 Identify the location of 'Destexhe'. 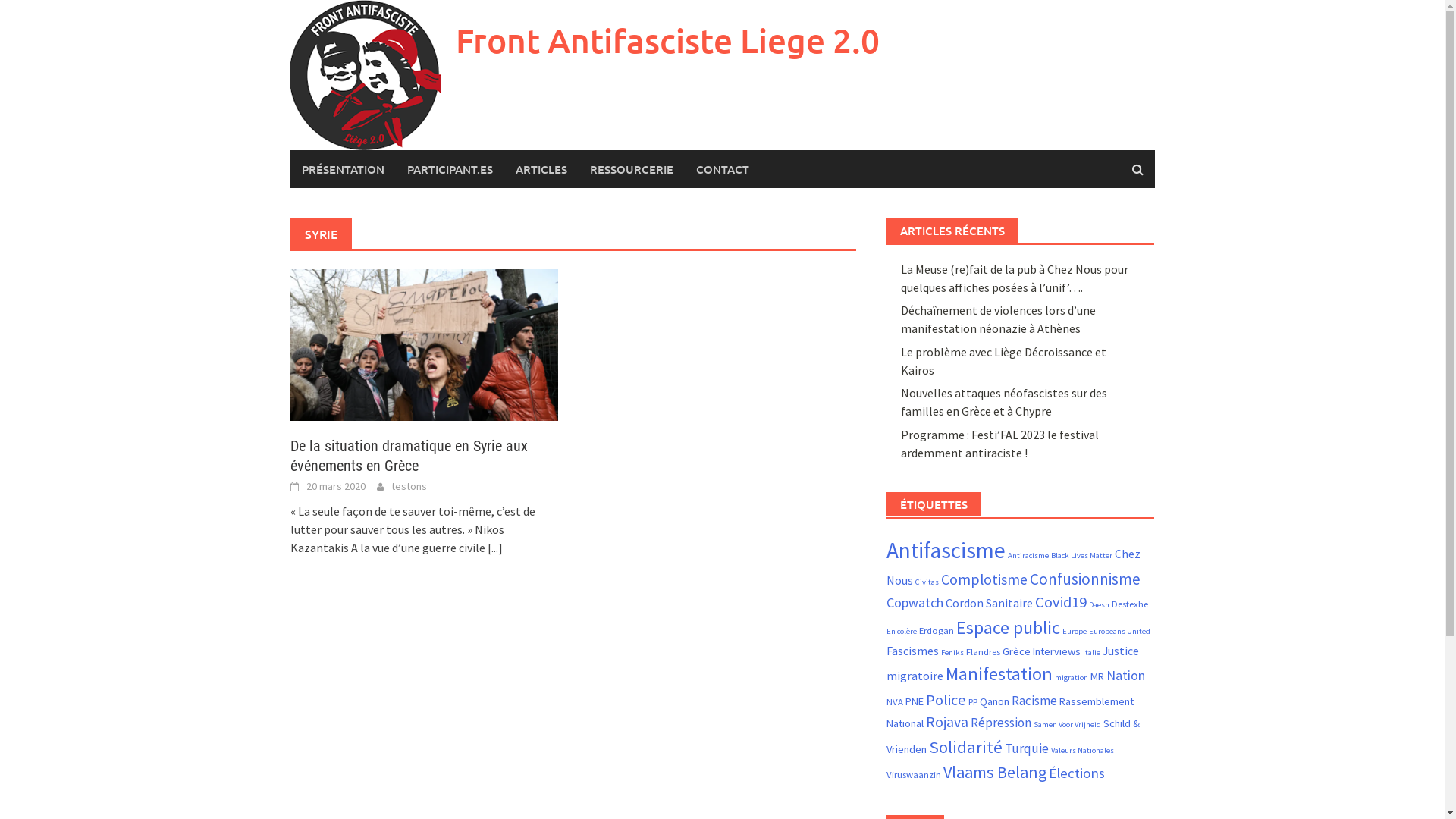
(1111, 602).